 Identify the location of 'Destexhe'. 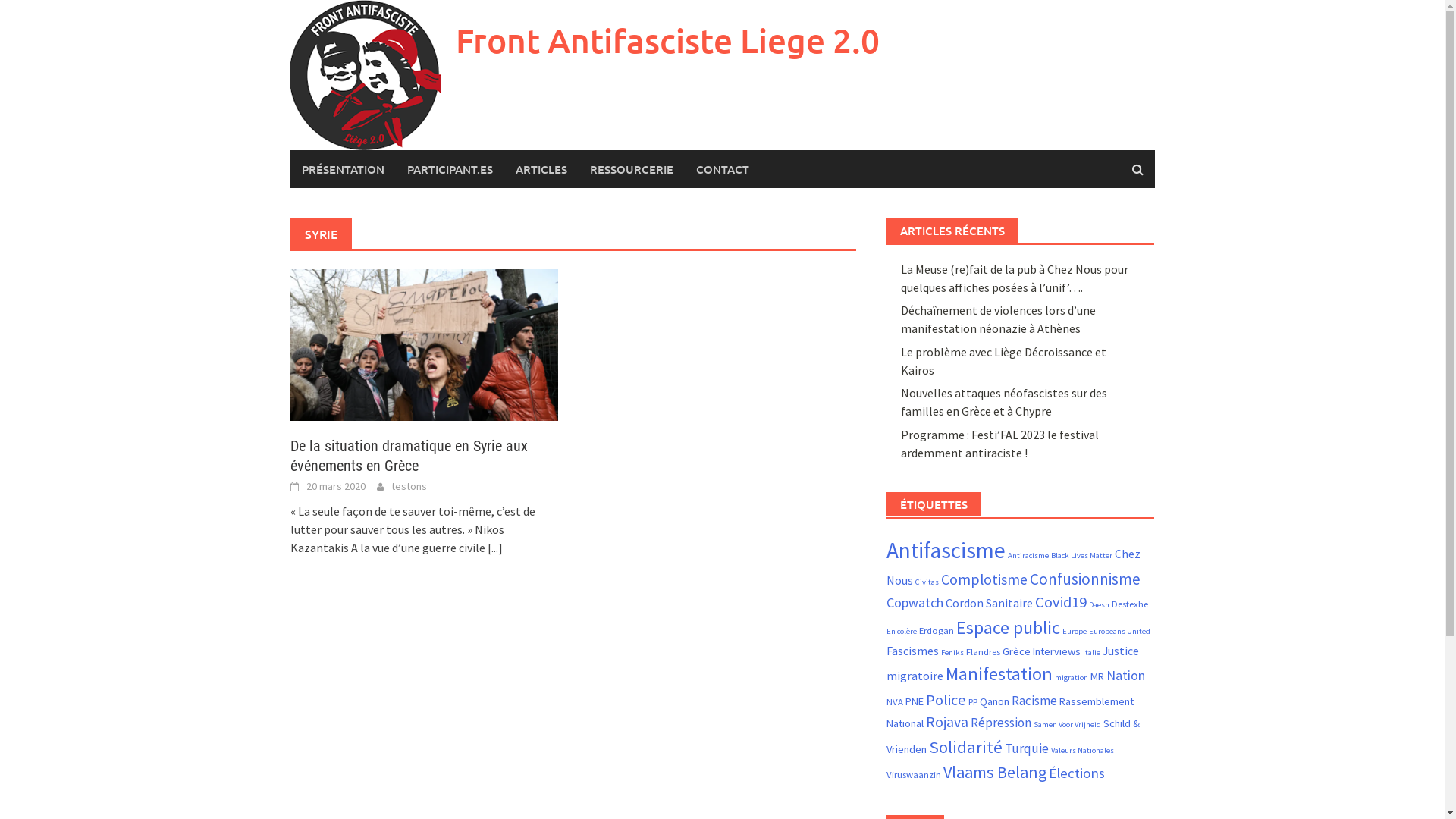
(1111, 602).